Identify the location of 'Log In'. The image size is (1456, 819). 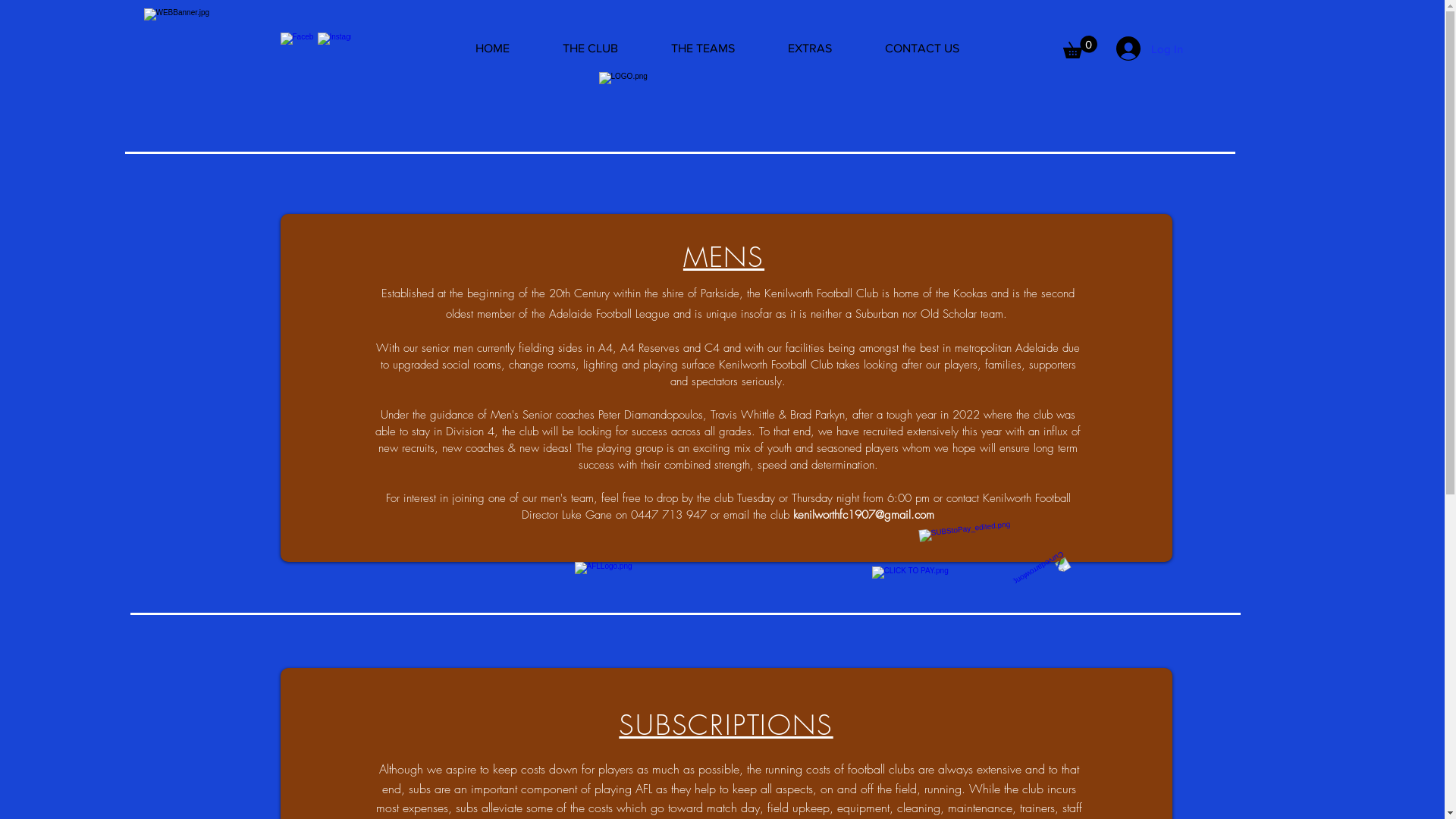
(1150, 48).